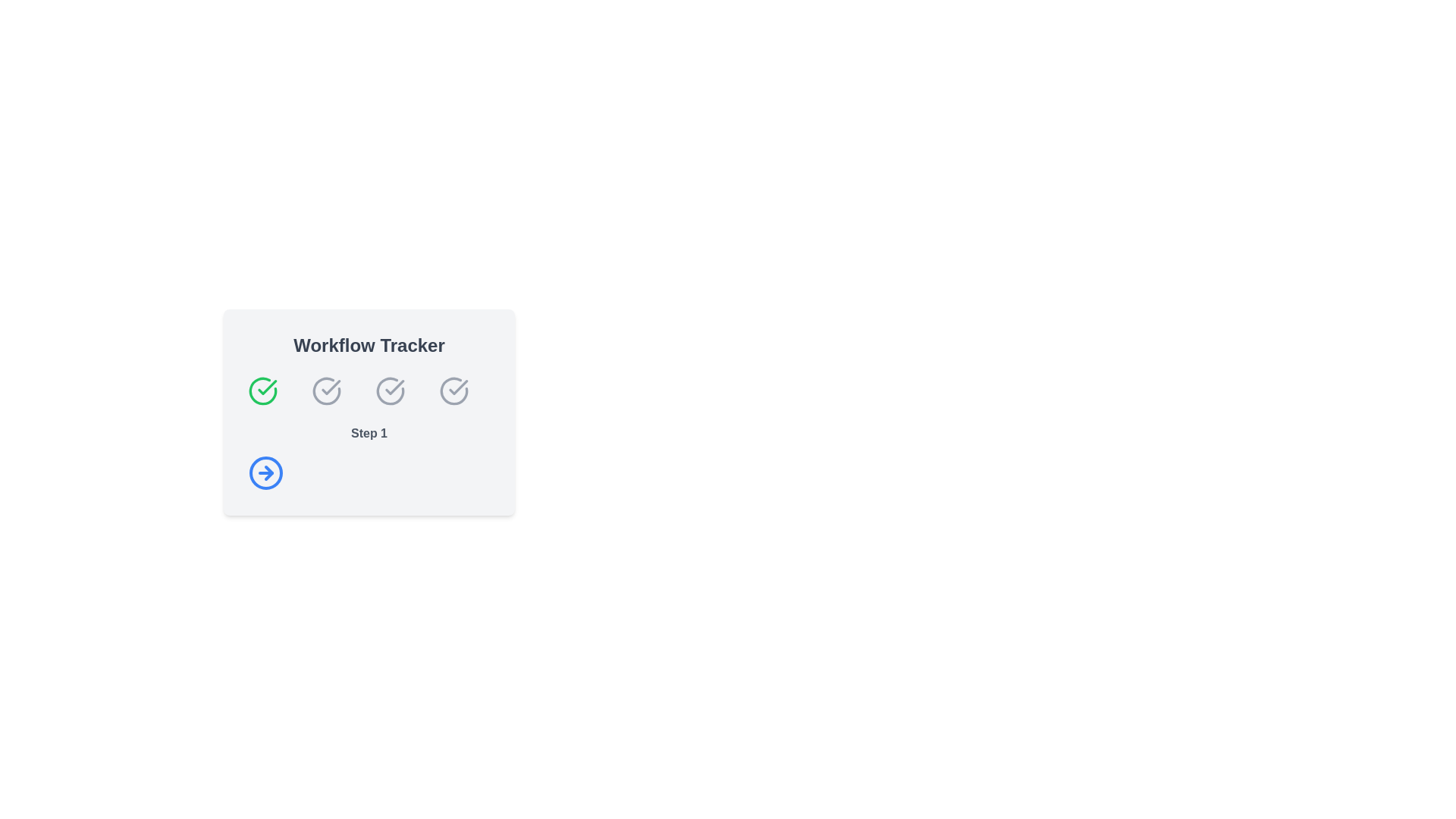  Describe the element at coordinates (265, 472) in the screenshot. I see `the outer circle of the rightward arrow icon within the 'Workflow Tracker' card, which serves a decorative purpose` at that location.